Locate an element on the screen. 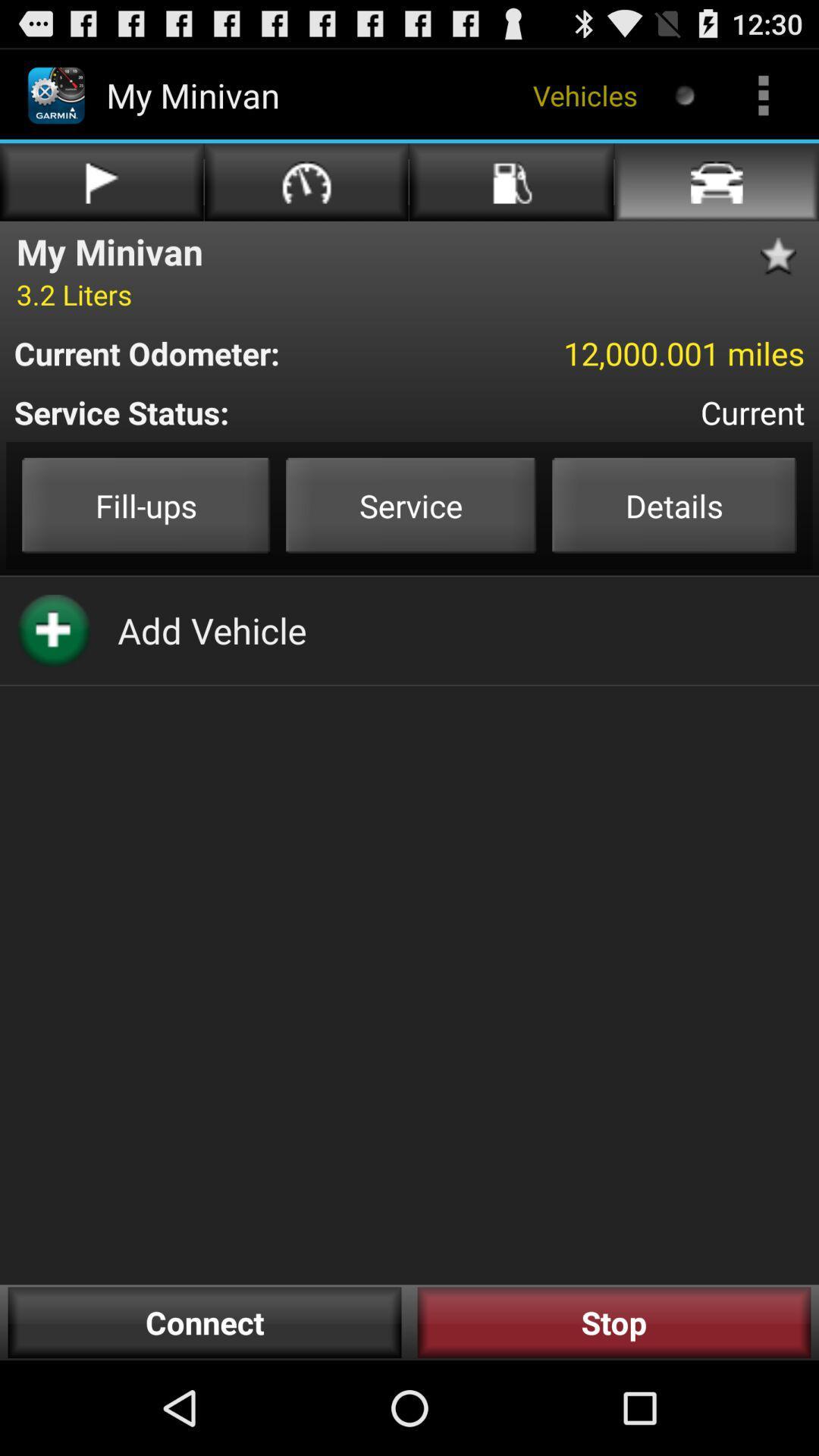  app below the service status: item is located at coordinates (146, 505).